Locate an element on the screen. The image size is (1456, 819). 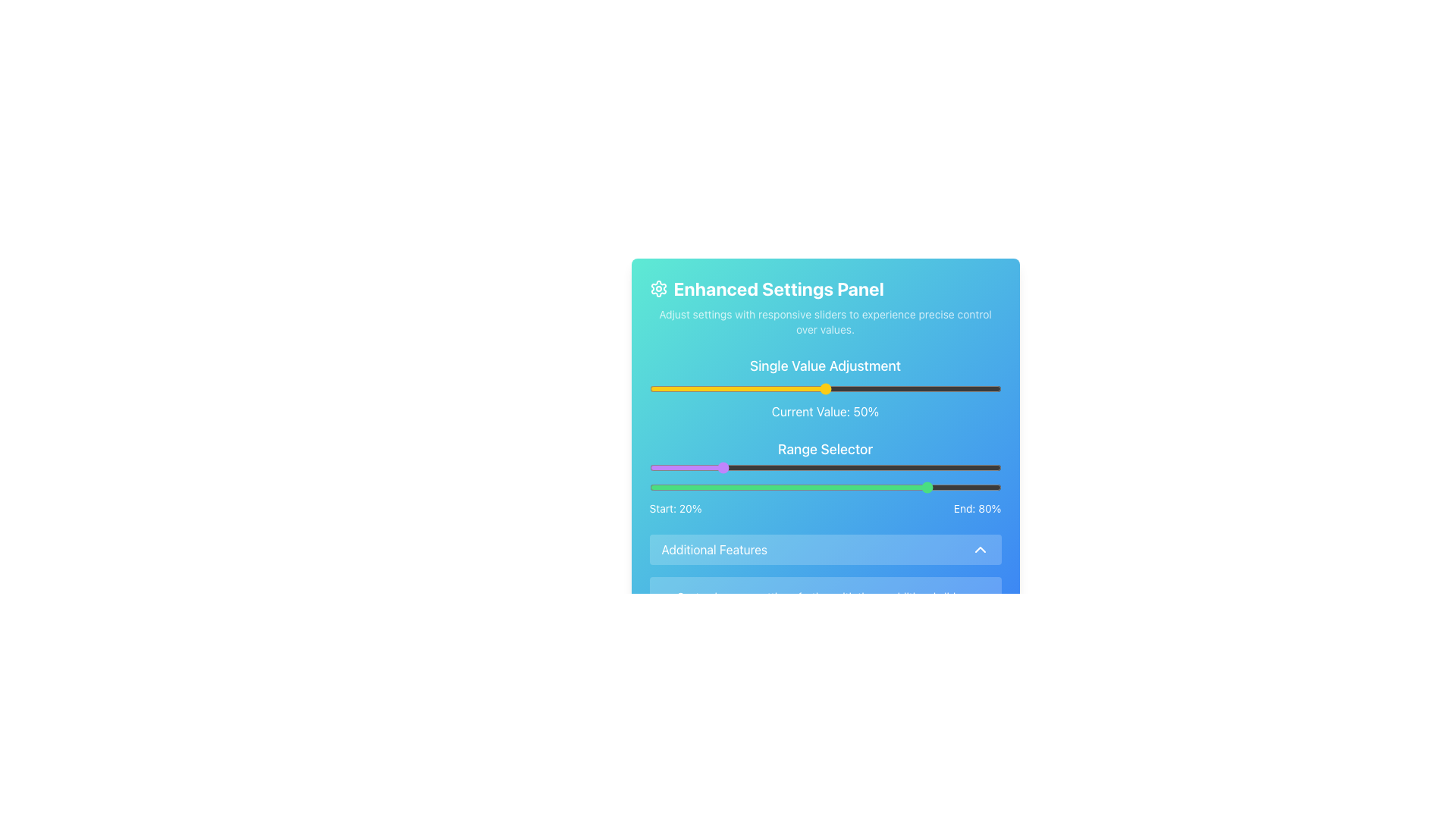
the slider is located at coordinates (930, 488).